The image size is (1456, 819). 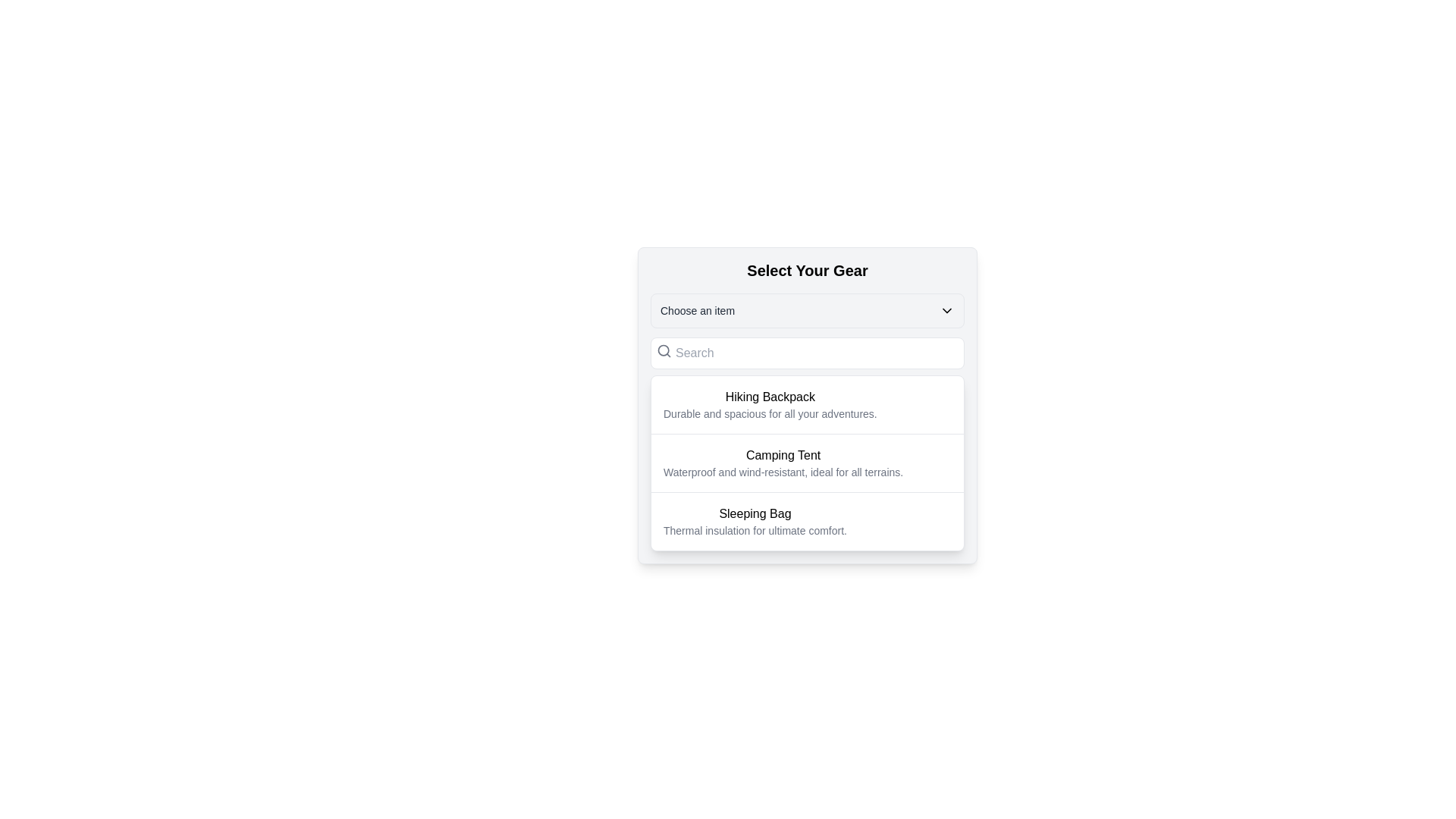 What do you see at coordinates (783, 462) in the screenshot?
I see `the label containing the title 'Camping Tent' and description 'Waterproof and wind-resistant, ideal for all terrains.'` at bounding box center [783, 462].